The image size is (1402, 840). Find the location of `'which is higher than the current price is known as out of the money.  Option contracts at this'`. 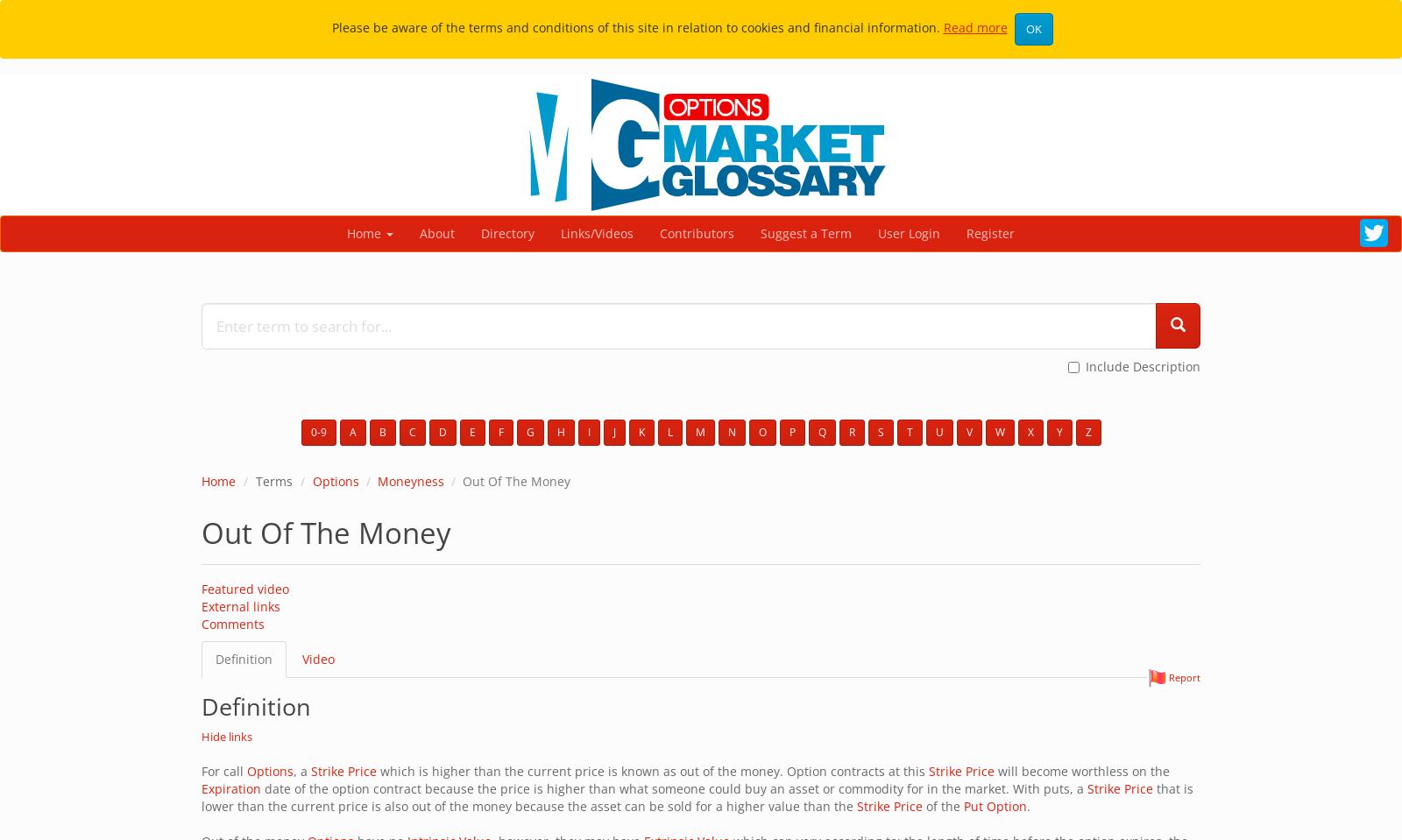

'which is higher than the current price is known as out of the money.  Option contracts at this' is located at coordinates (652, 769).